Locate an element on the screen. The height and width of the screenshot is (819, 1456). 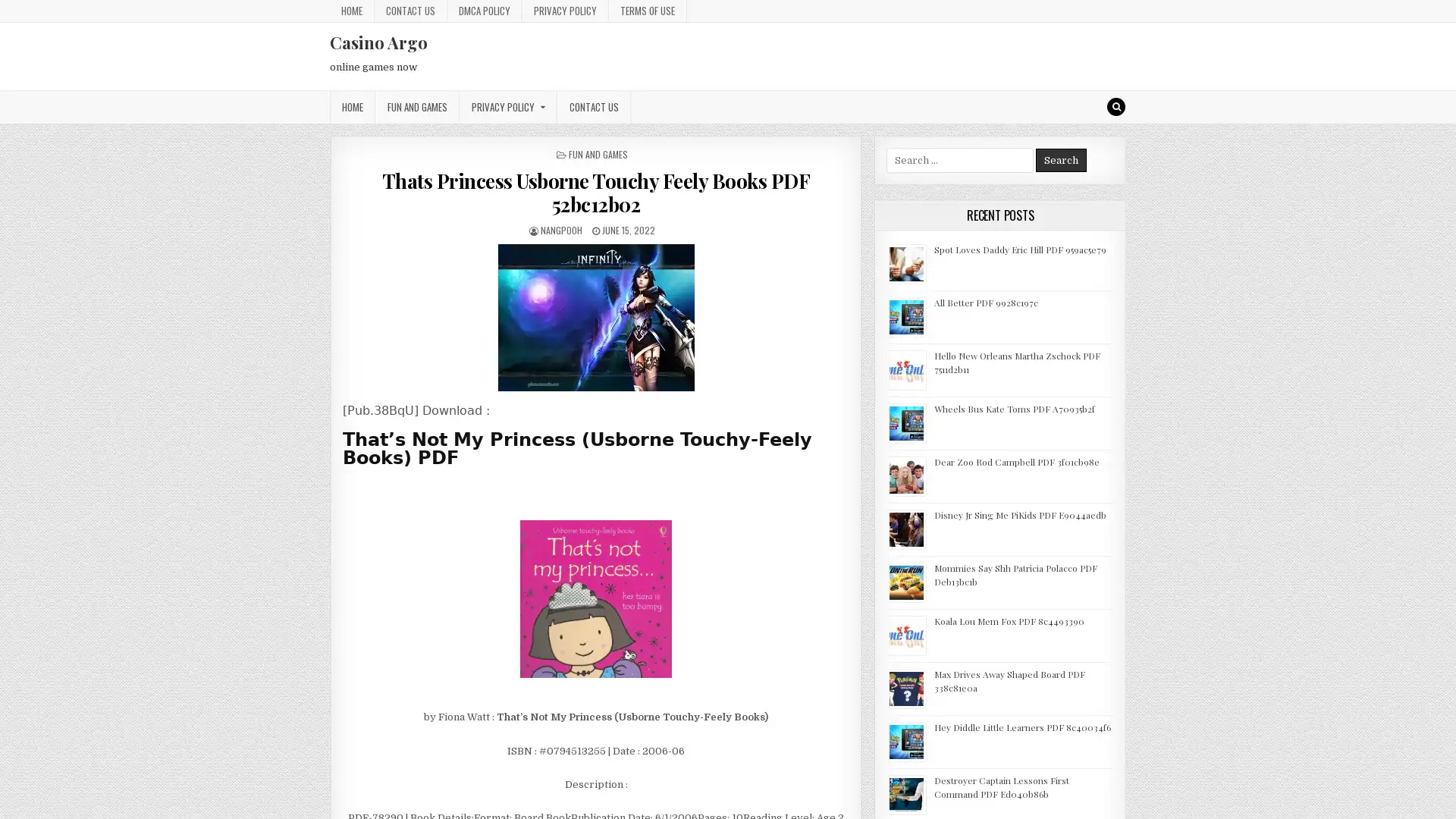
Search is located at coordinates (1060, 160).